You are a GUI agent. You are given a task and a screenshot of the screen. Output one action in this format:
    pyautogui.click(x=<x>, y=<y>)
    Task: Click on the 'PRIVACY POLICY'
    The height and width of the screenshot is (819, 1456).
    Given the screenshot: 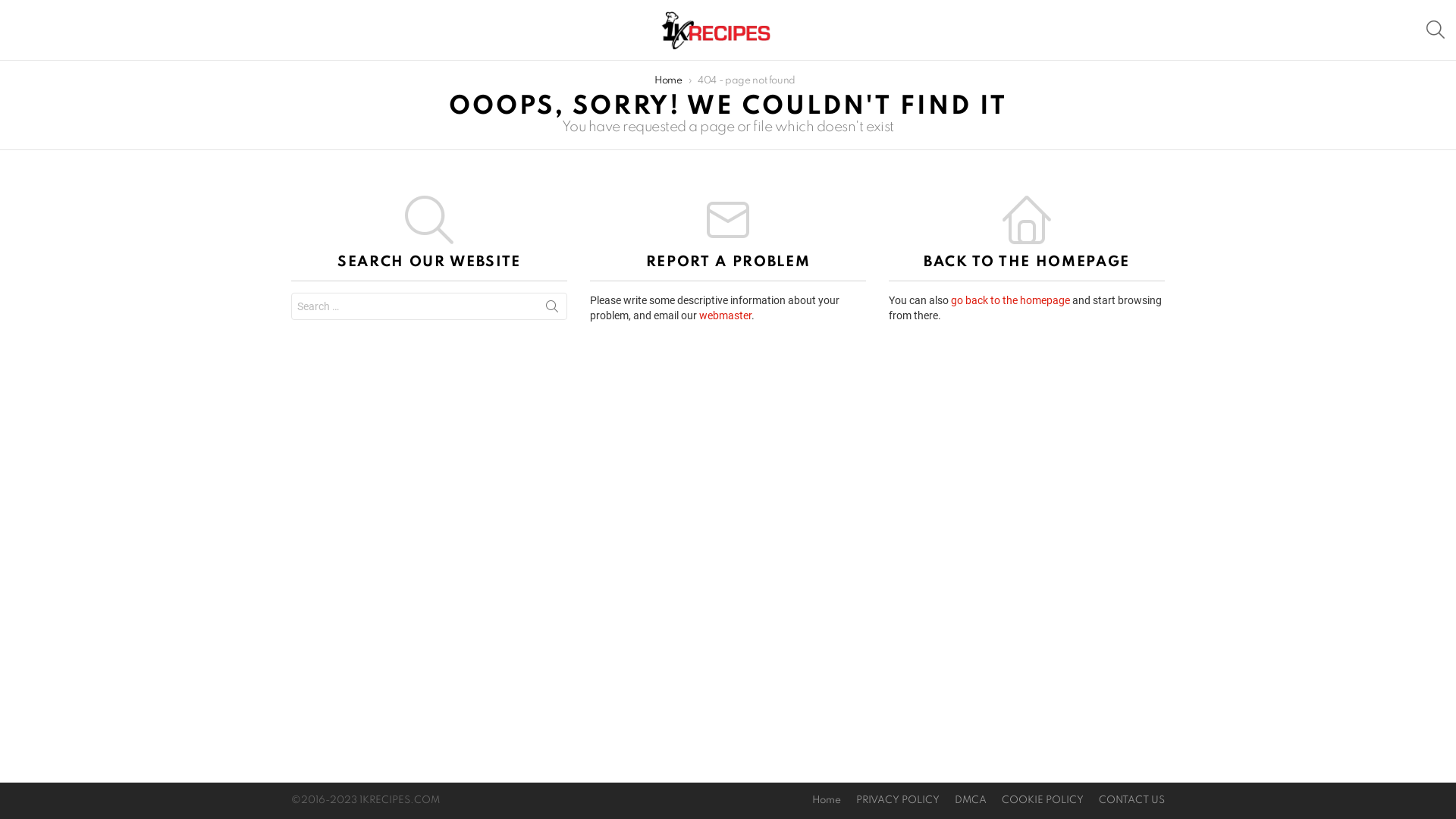 What is the action you would take?
    pyautogui.click(x=847, y=799)
    